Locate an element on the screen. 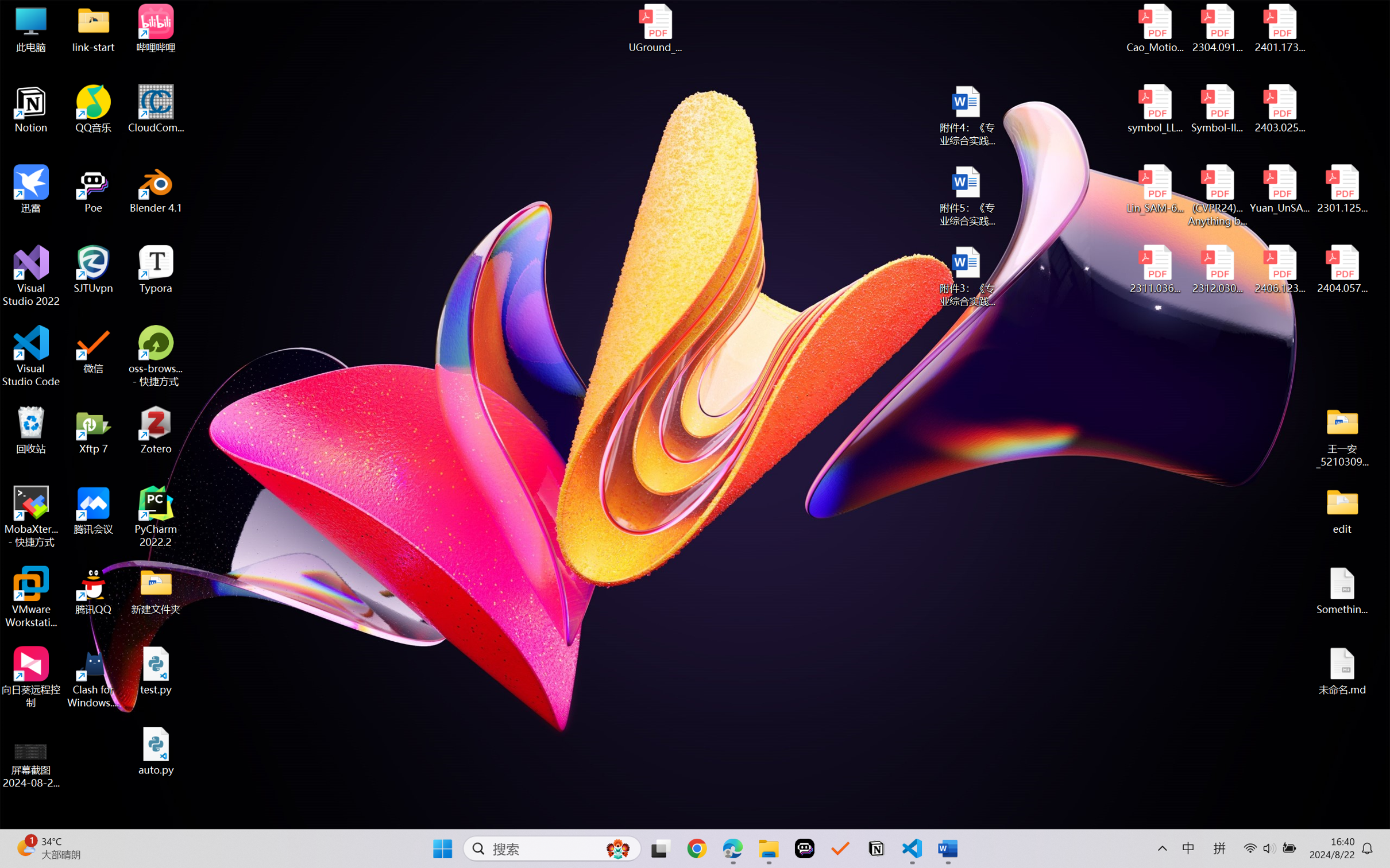 The width and height of the screenshot is (1390, 868). 'Symbol-llm-v2.pdf' is located at coordinates (1217, 109).